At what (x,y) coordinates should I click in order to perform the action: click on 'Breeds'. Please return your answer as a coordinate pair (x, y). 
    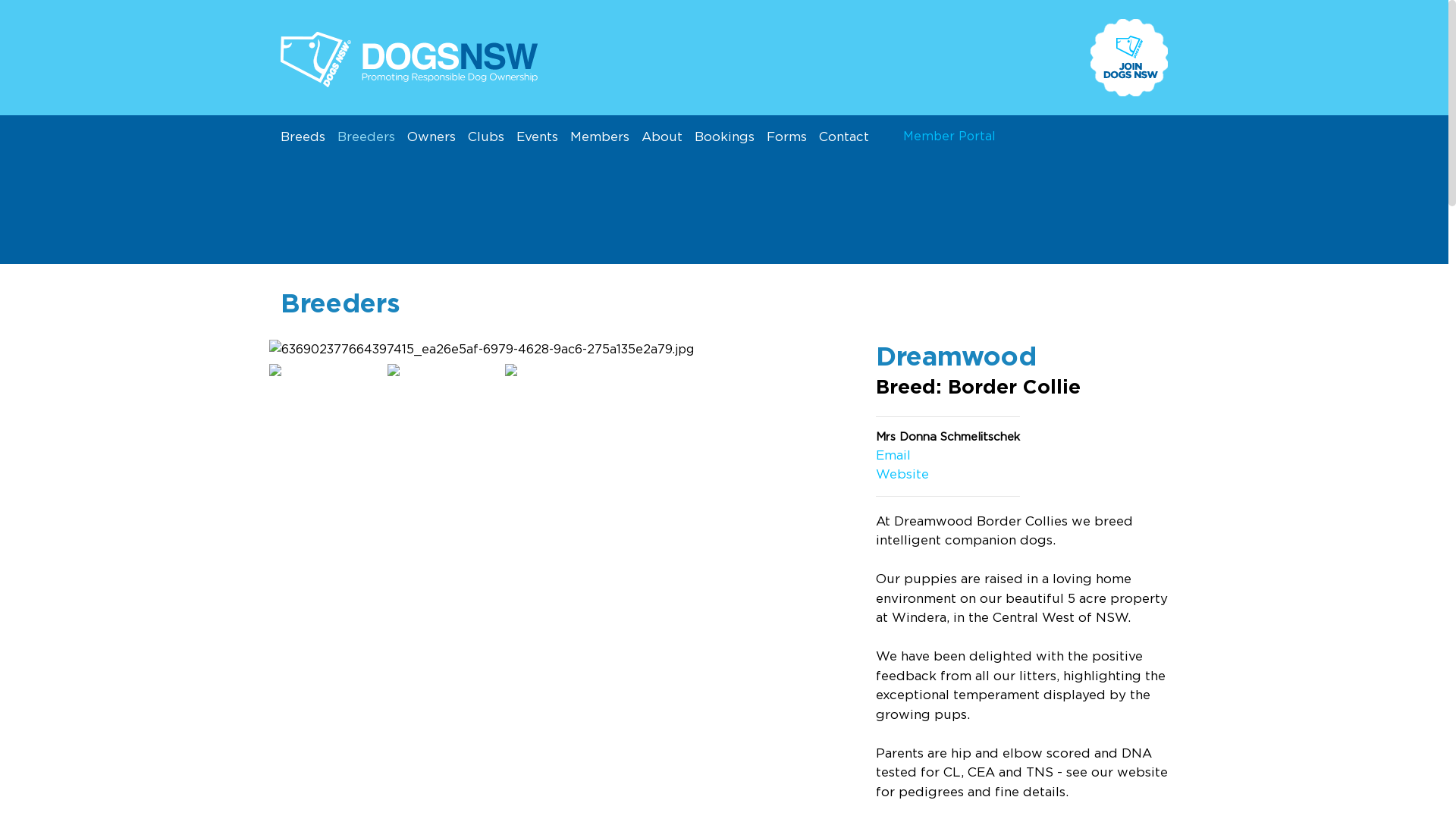
    Looking at the image, I should click on (308, 137).